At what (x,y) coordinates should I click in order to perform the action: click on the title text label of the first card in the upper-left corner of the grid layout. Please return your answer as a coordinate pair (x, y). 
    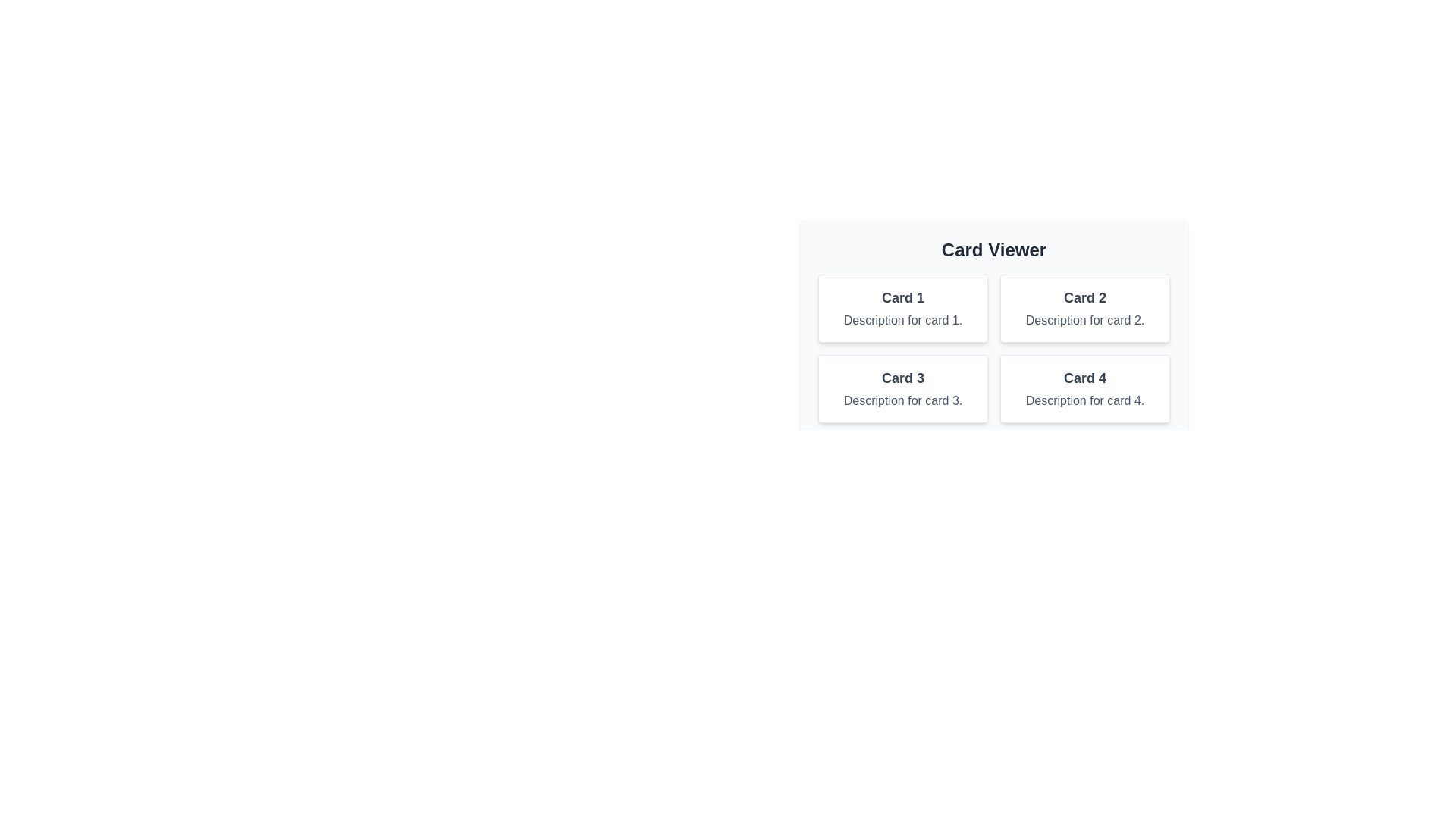
    Looking at the image, I should click on (902, 298).